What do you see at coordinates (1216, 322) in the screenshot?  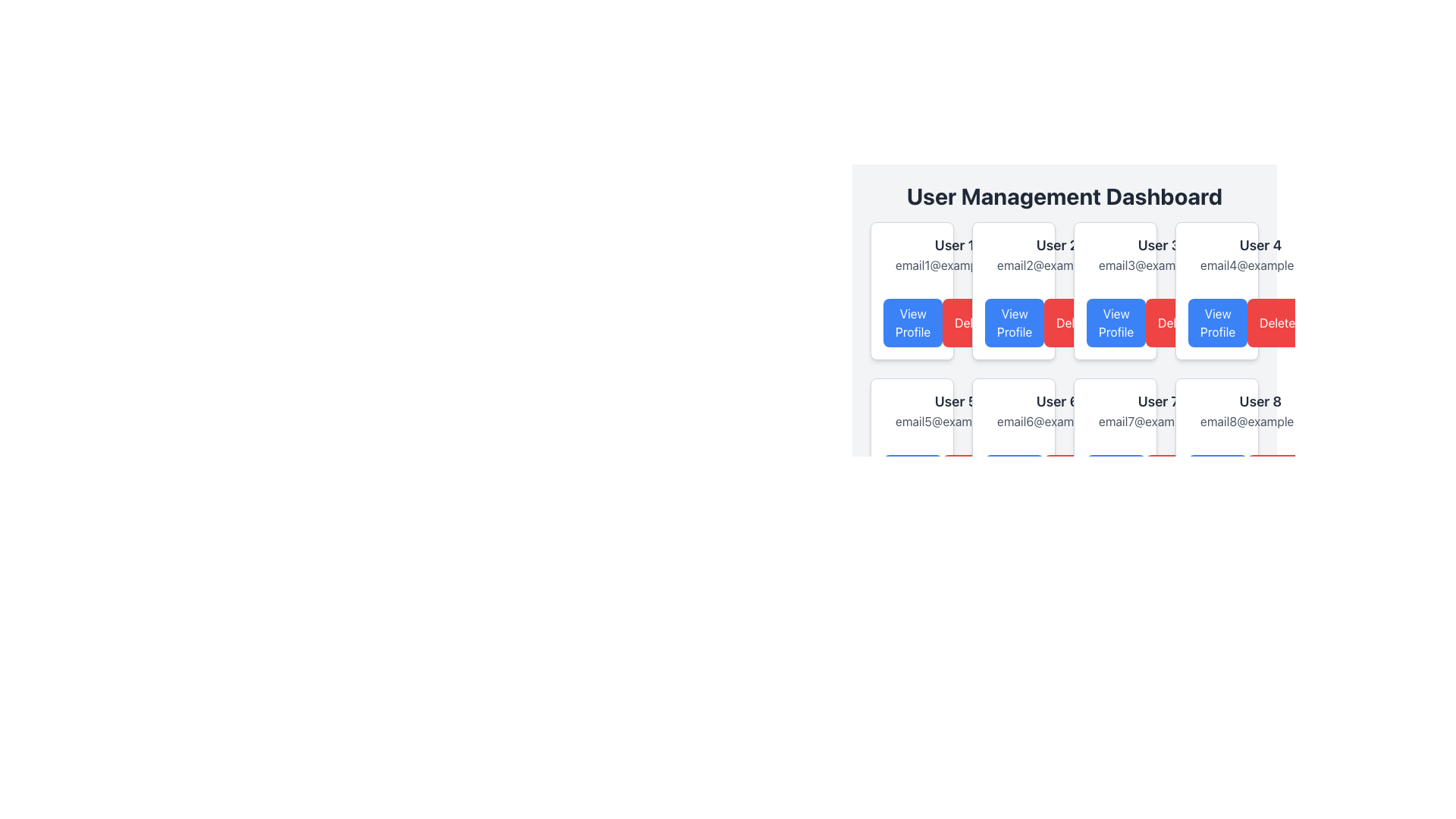 I see `the button` at bounding box center [1216, 322].